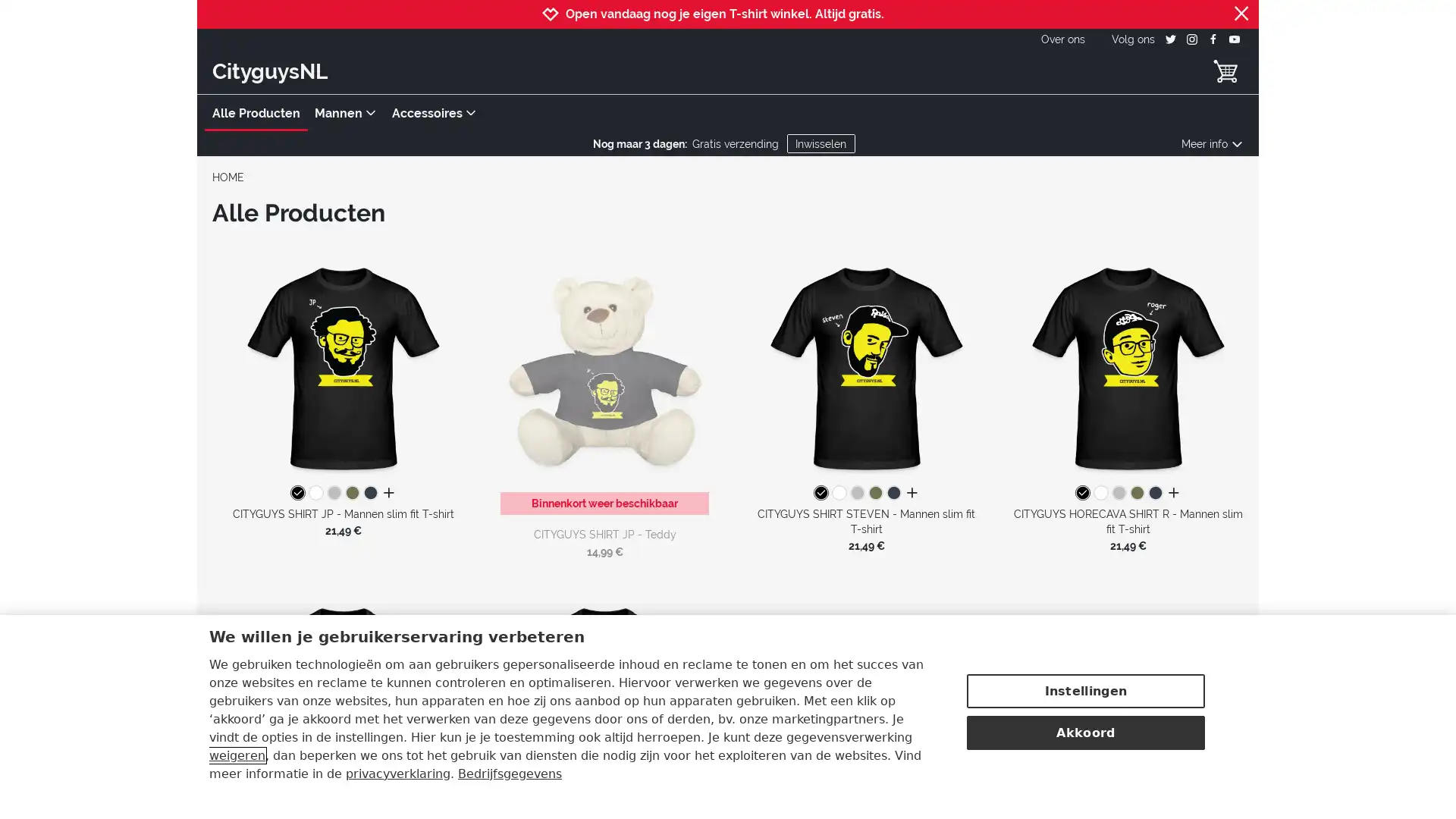 This screenshot has width=1456, height=819. Describe the element at coordinates (1136, 494) in the screenshot. I see `kakigroen` at that location.